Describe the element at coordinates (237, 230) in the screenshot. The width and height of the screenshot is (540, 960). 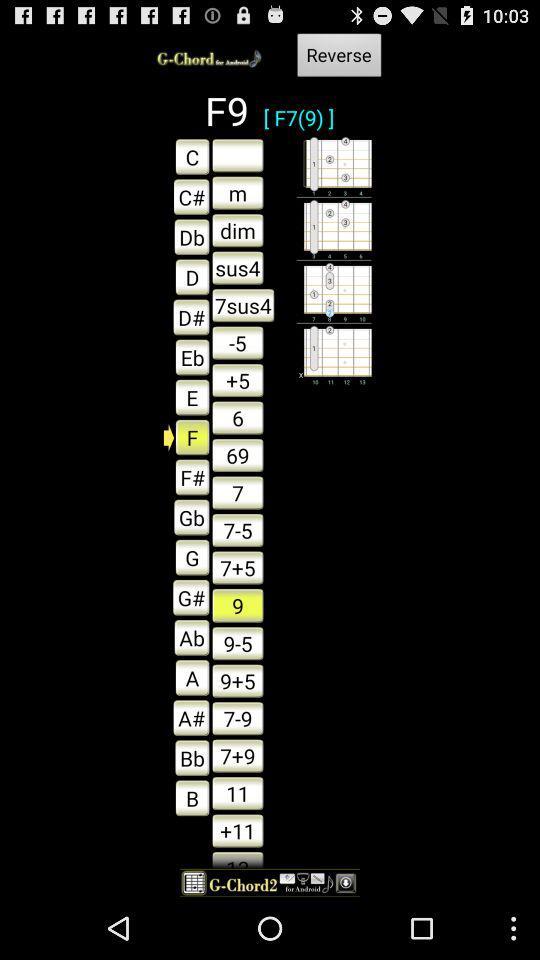
I see `dim` at that location.